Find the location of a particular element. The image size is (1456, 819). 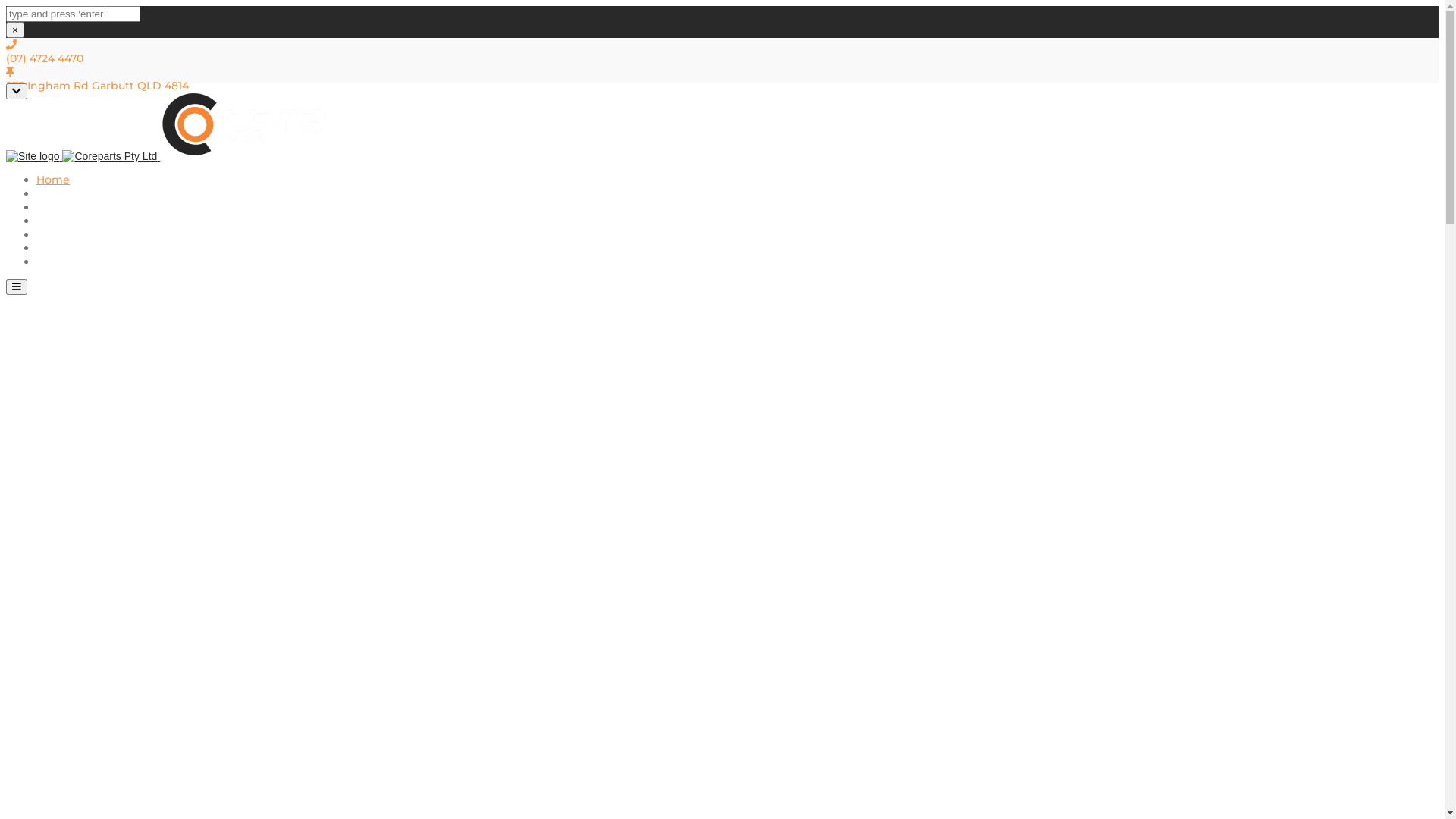

'Extended Life Brakes' is located at coordinates (93, 207).